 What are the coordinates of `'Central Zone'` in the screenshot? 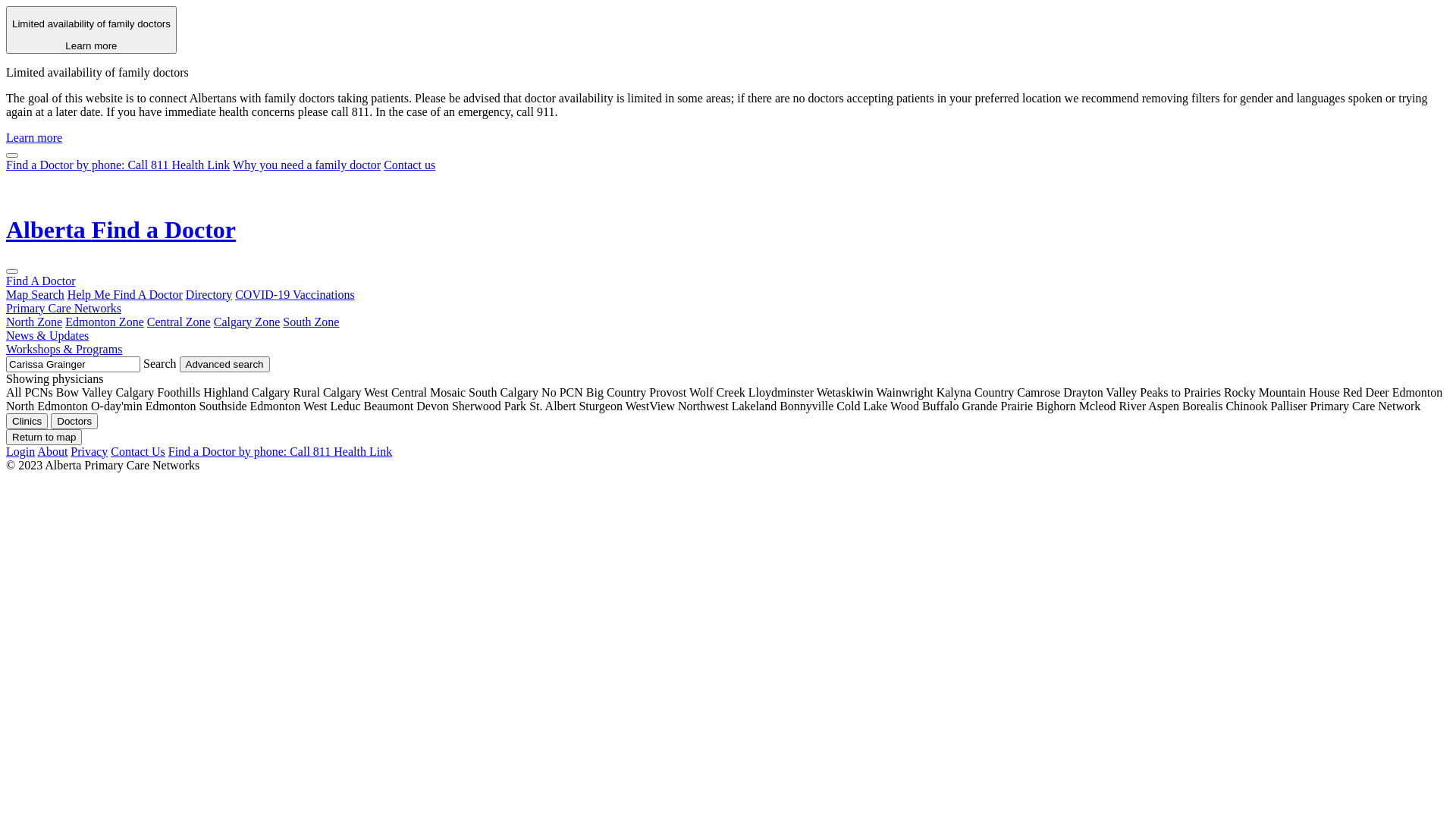 It's located at (178, 321).